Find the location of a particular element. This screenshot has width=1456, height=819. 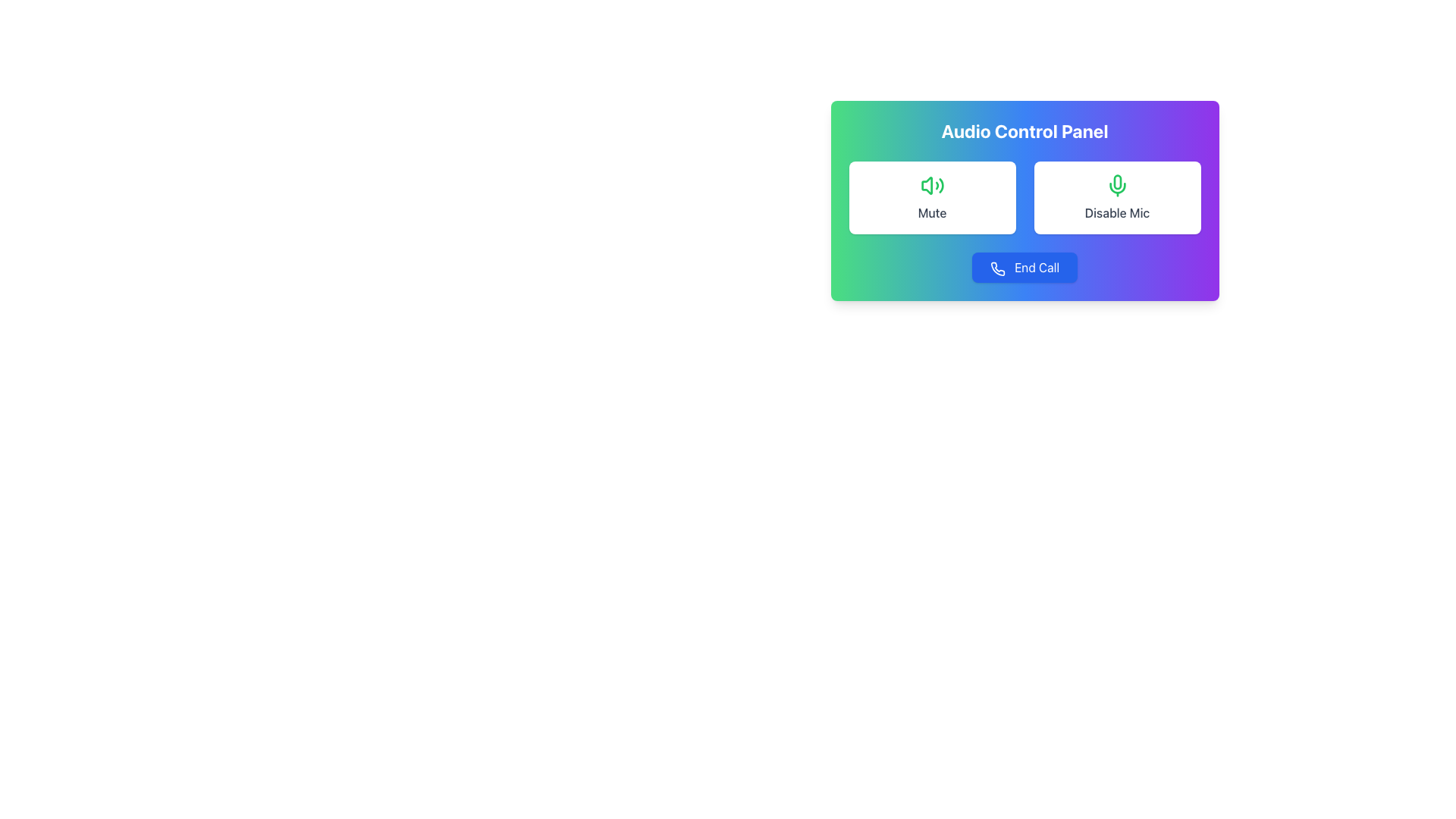

the button that disables the microphone, located in a grid layout on the right-hand side of a two-button row is located at coordinates (1117, 197).